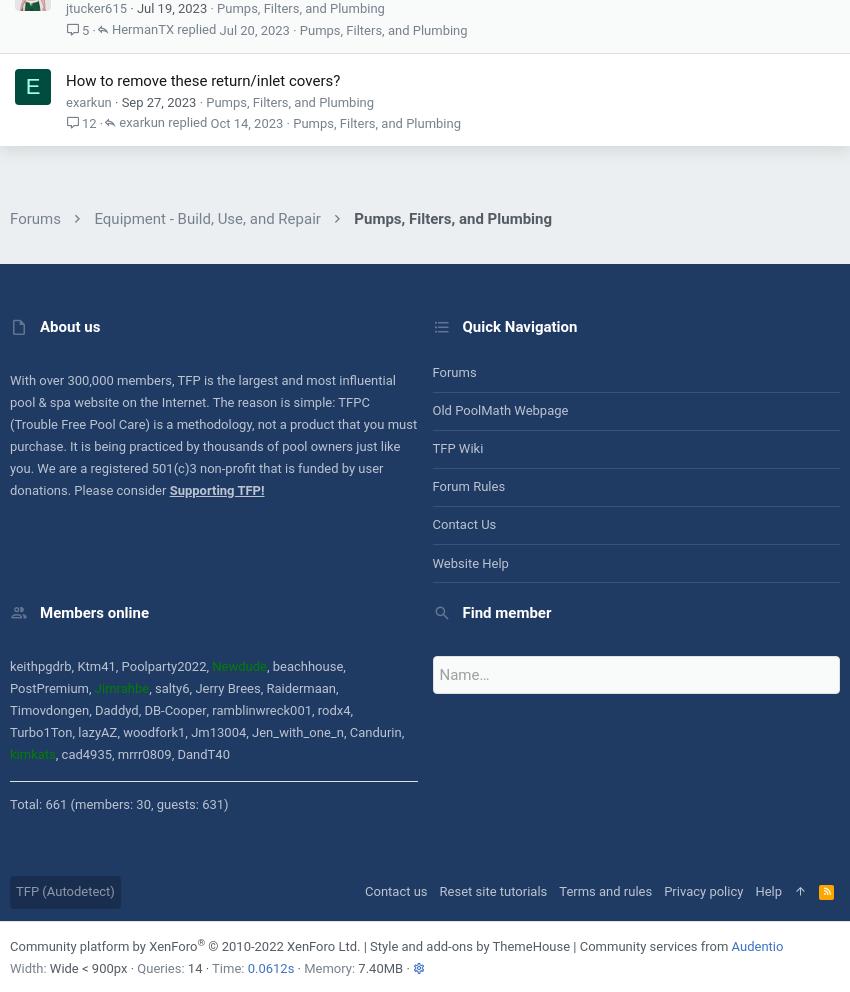 The width and height of the screenshot is (850, 992). Describe the element at coordinates (253, 28) in the screenshot. I see `'Jul 20, 2023'` at that location.